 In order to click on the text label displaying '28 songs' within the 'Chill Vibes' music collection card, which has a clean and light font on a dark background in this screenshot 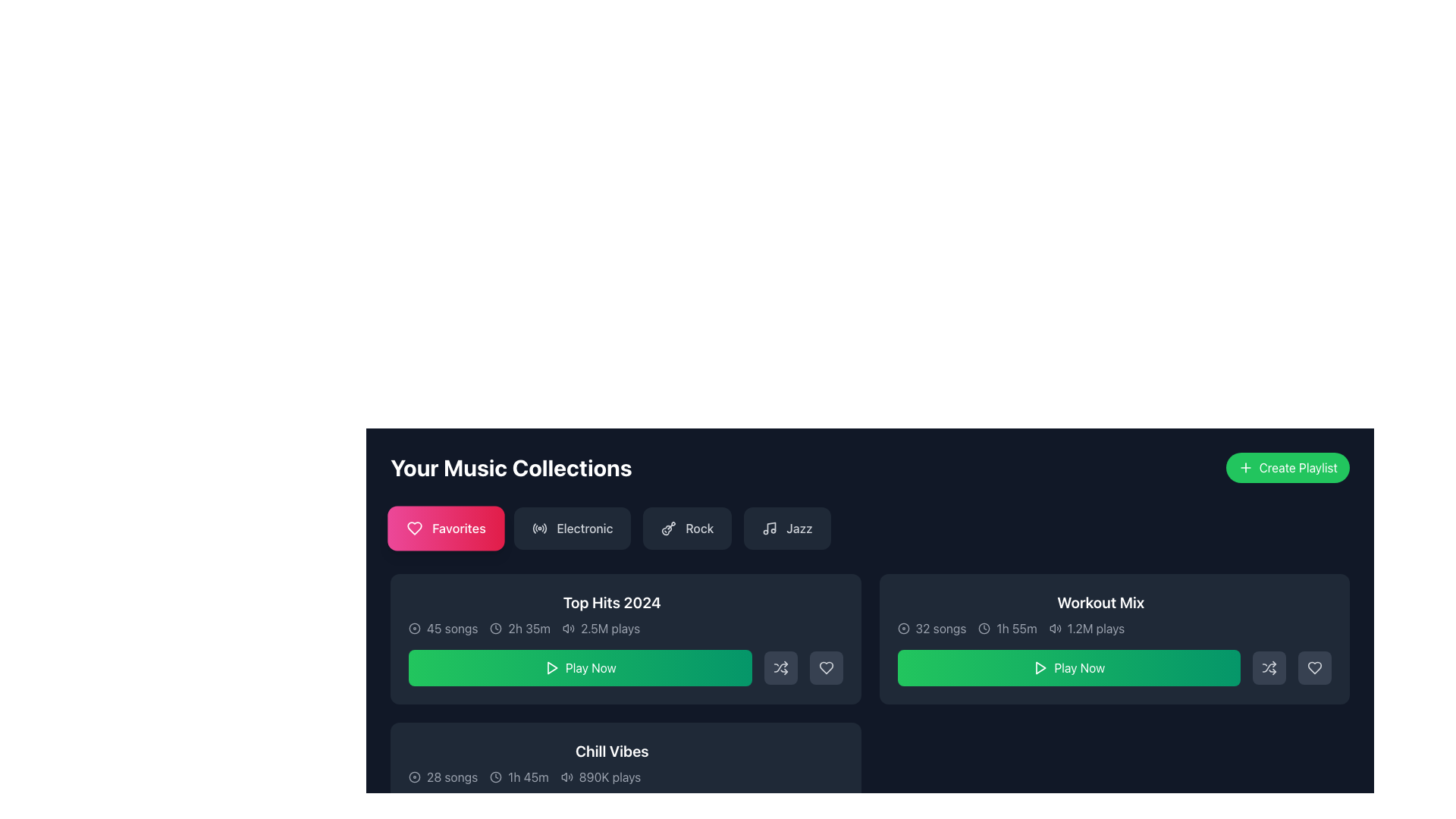, I will do `click(451, 777)`.